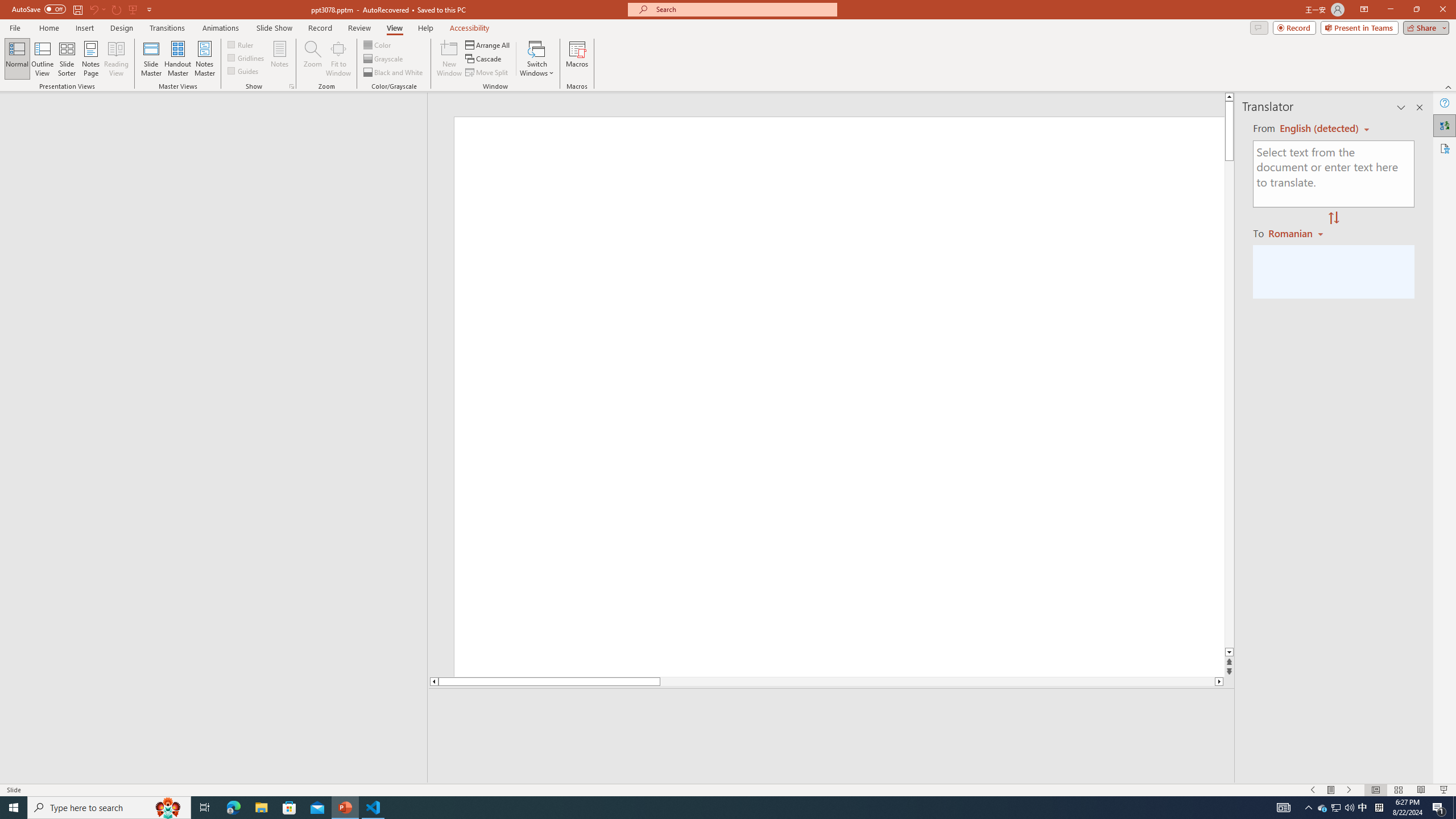 The image size is (1456, 819). Describe the element at coordinates (243, 69) in the screenshot. I see `'Guides'` at that location.